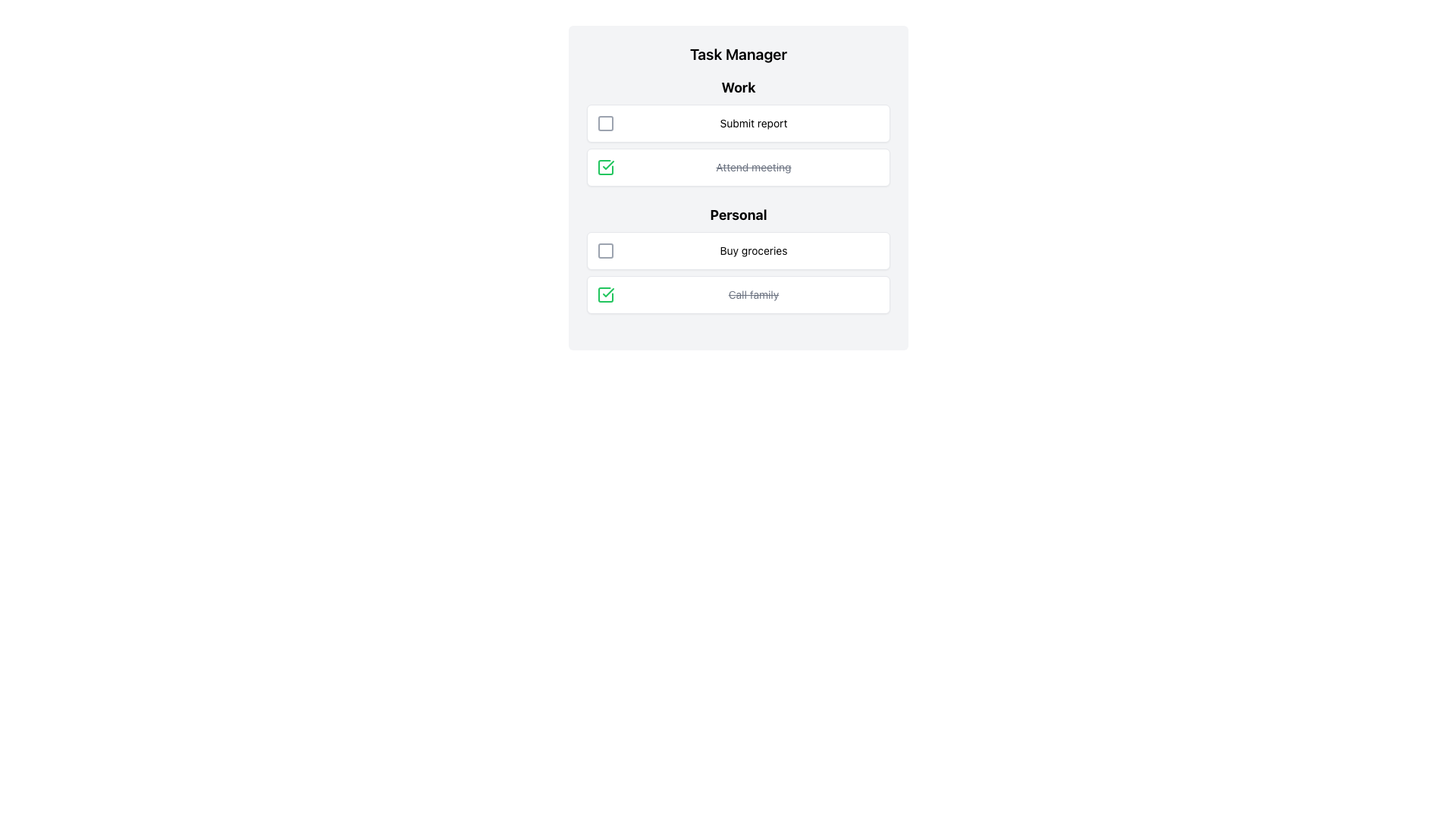 The image size is (1456, 819). Describe the element at coordinates (604, 250) in the screenshot. I see `the checkbox located next to the 'Buy groceries' text in the 'Personal' section of the interface` at that location.